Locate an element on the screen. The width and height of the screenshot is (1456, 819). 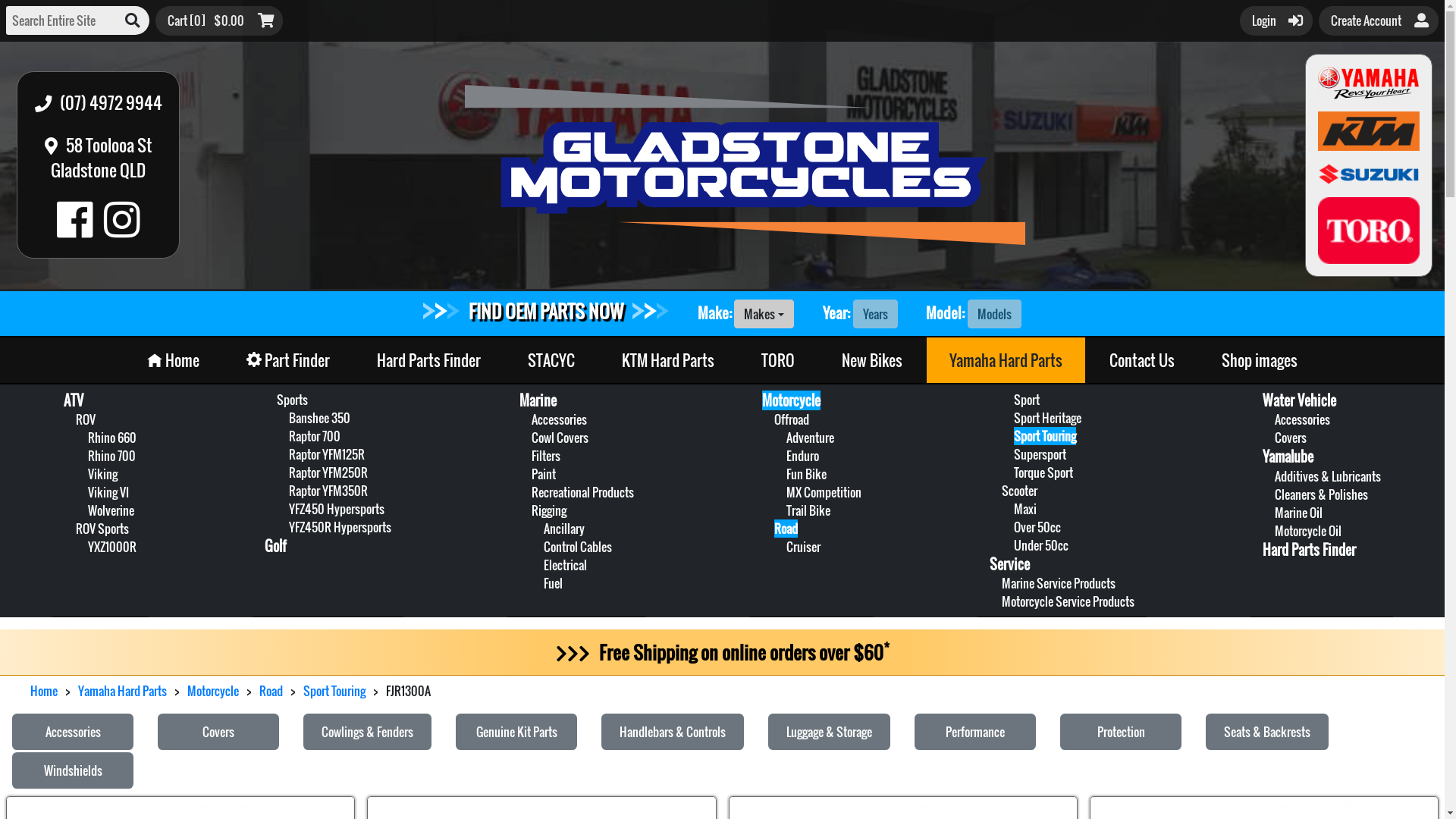
'Part Finder' is located at coordinates (287, 359).